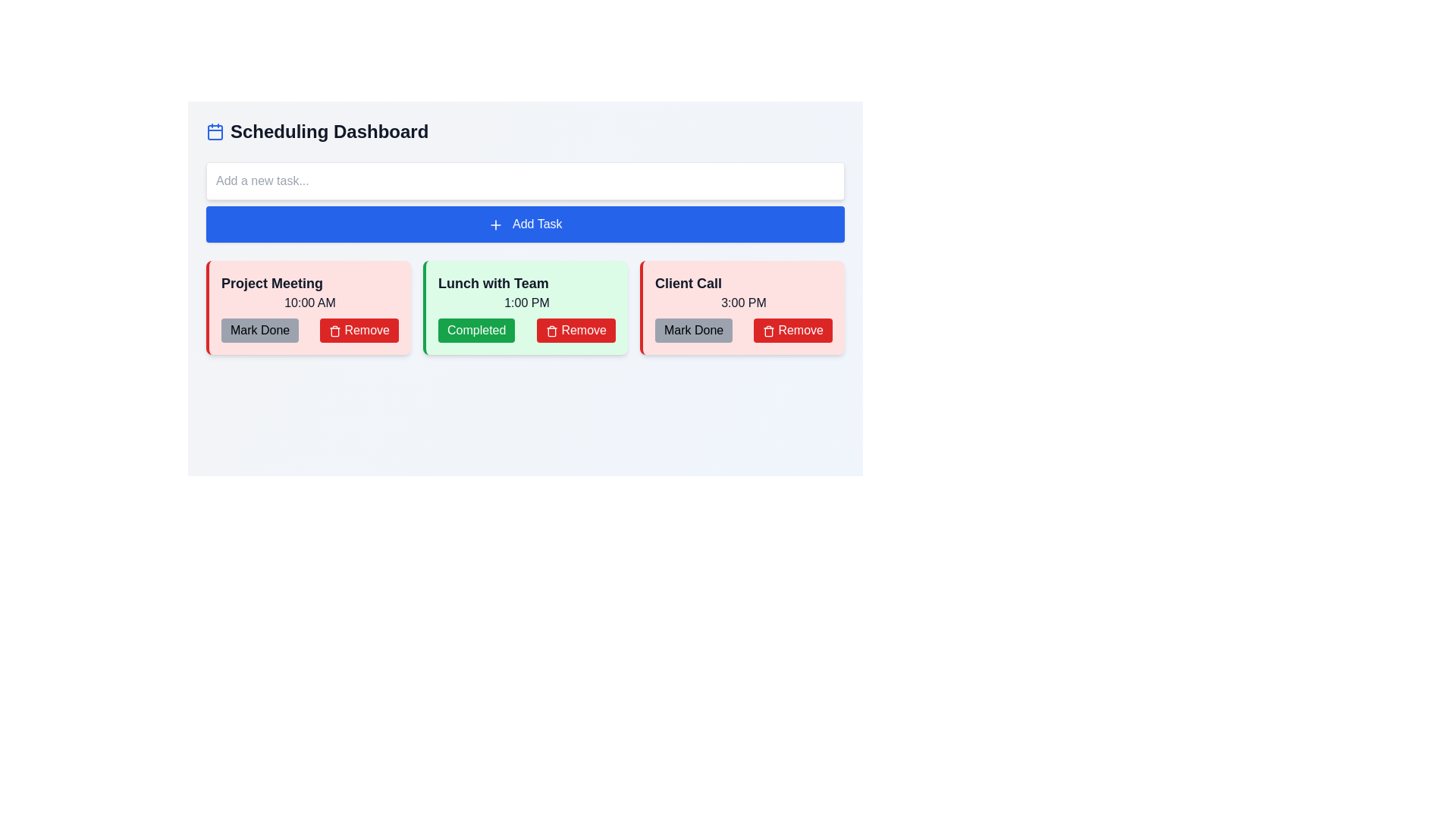 The height and width of the screenshot is (819, 1456). I want to click on information displayed in the text label showing '10:00 AM' located within the pale red box under the 'Project Meeting' card, so click(309, 303).